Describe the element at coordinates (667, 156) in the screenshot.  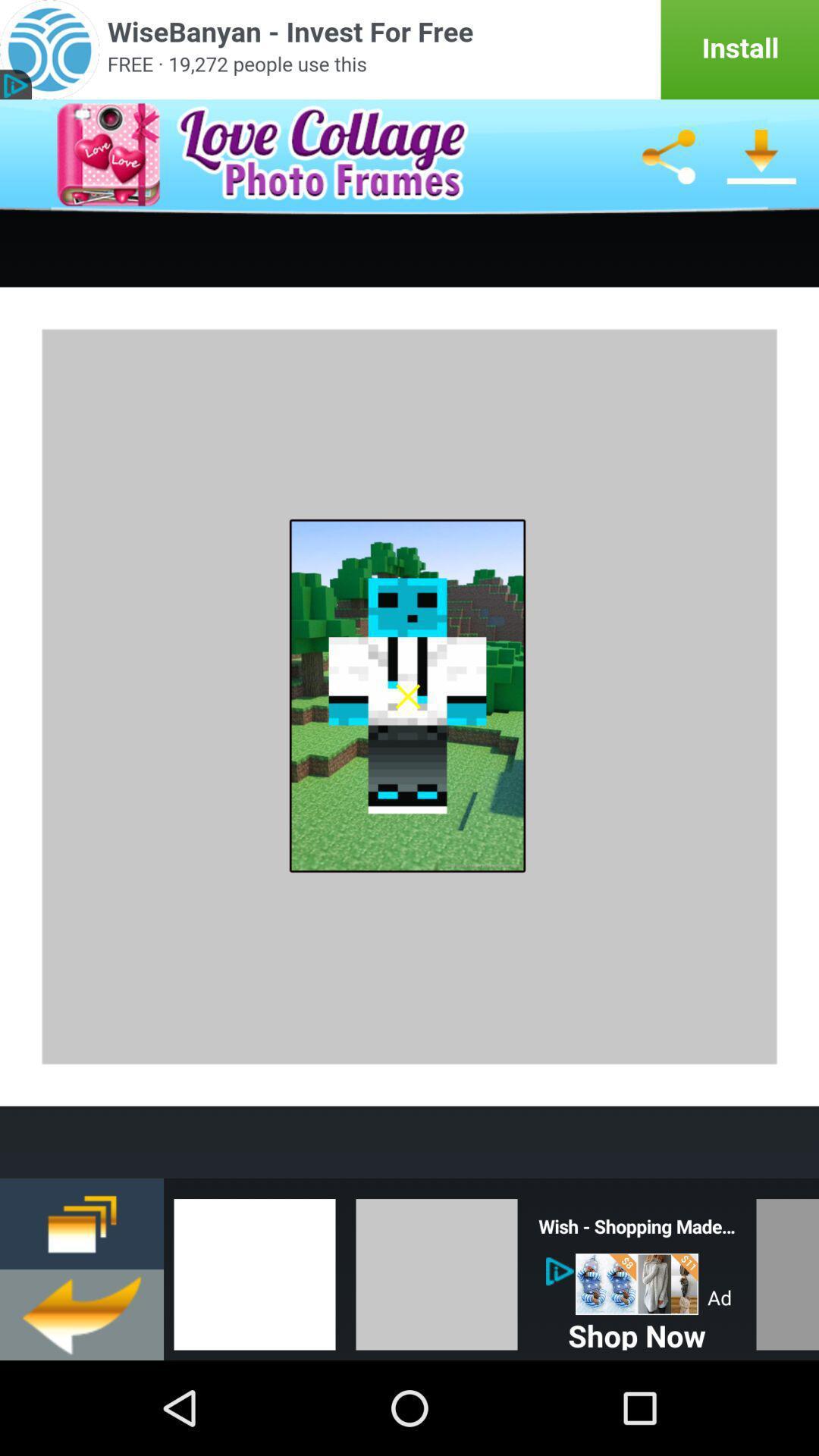
I see `share option` at that location.